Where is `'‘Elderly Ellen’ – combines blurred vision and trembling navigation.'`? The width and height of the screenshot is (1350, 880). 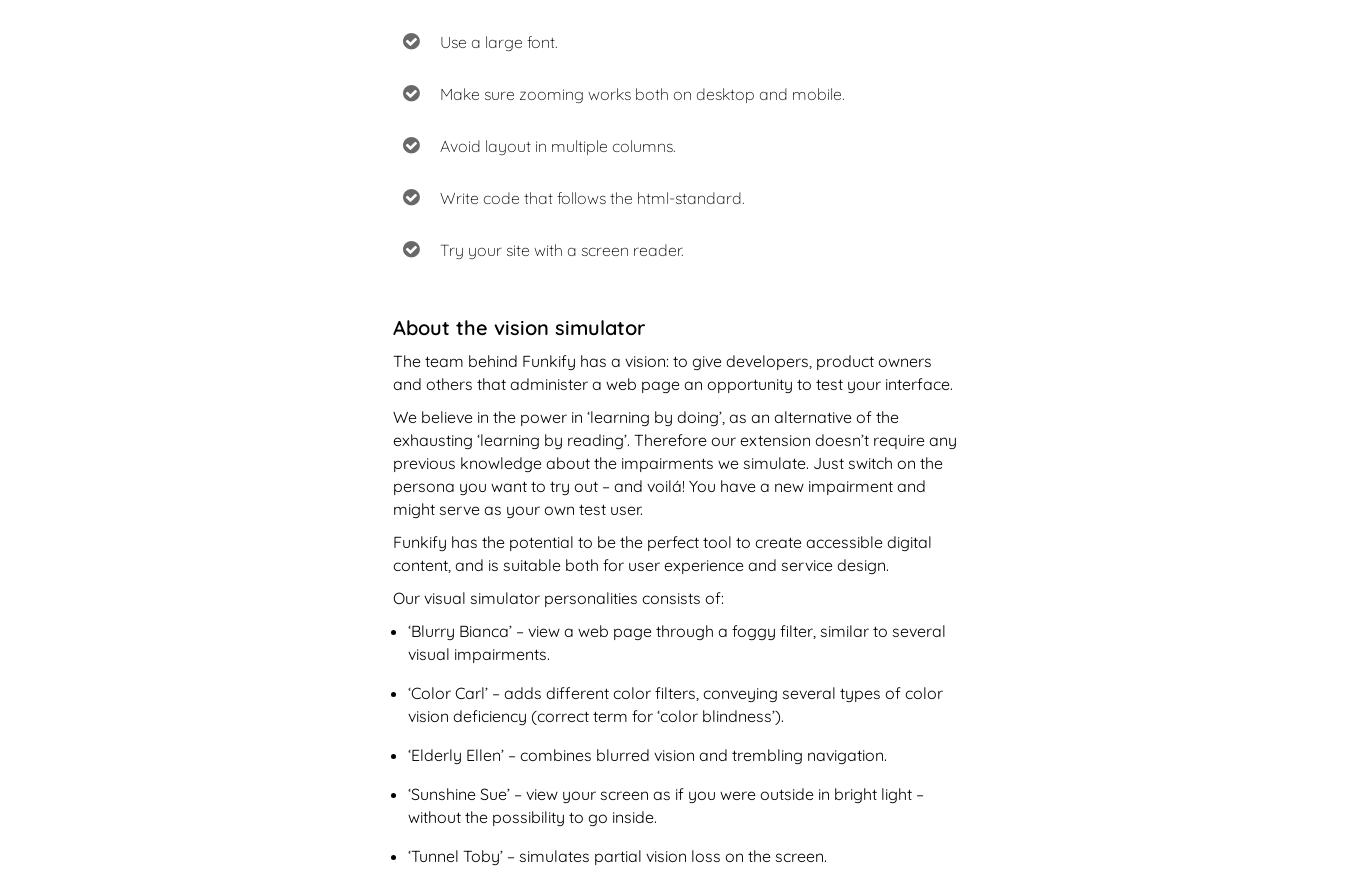
'‘Elderly Ellen’ – combines blurred vision and trembling navigation.' is located at coordinates (407, 752).